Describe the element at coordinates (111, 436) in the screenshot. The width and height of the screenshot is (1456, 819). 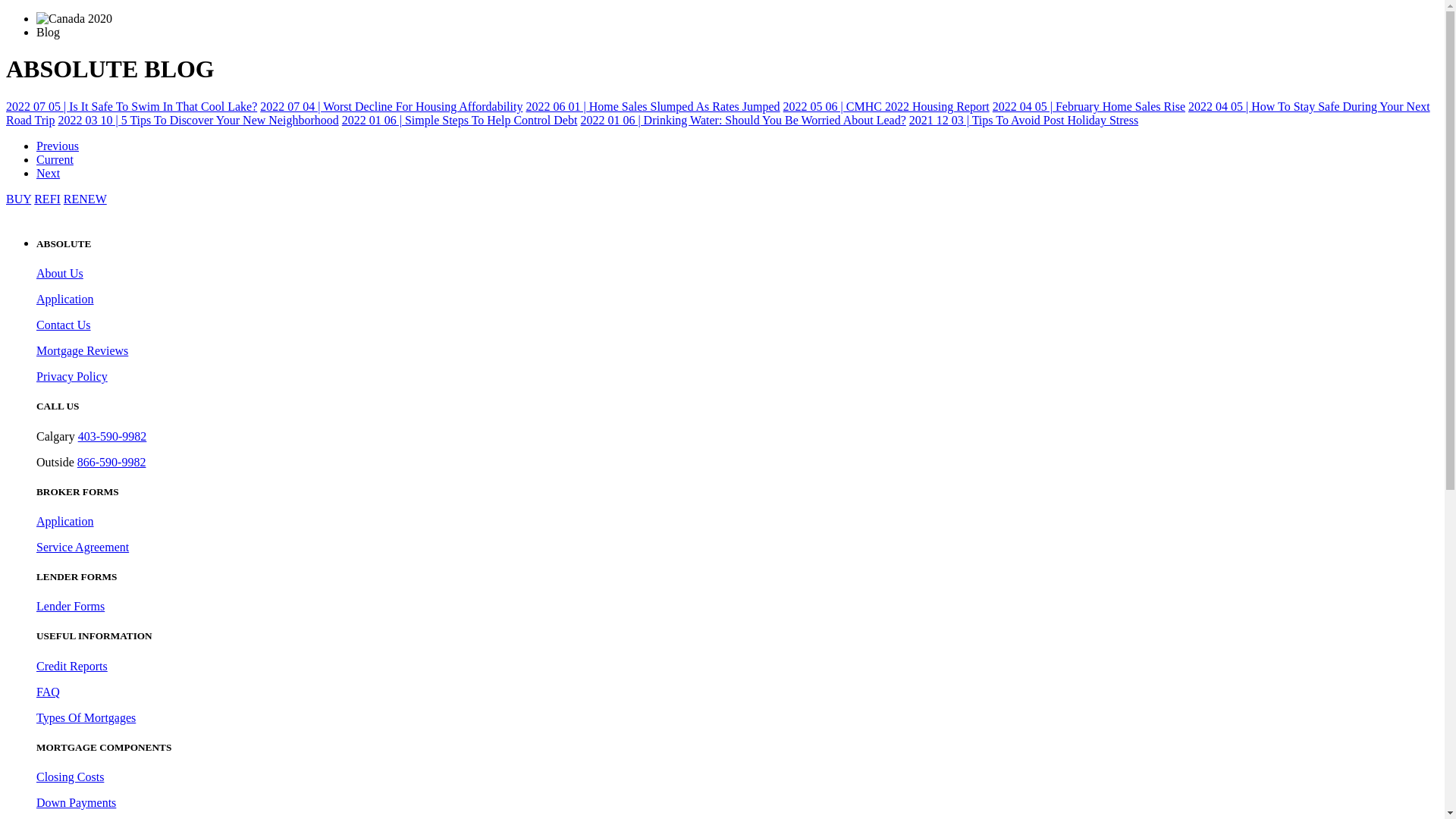
I see `'403-590-9982'` at that location.